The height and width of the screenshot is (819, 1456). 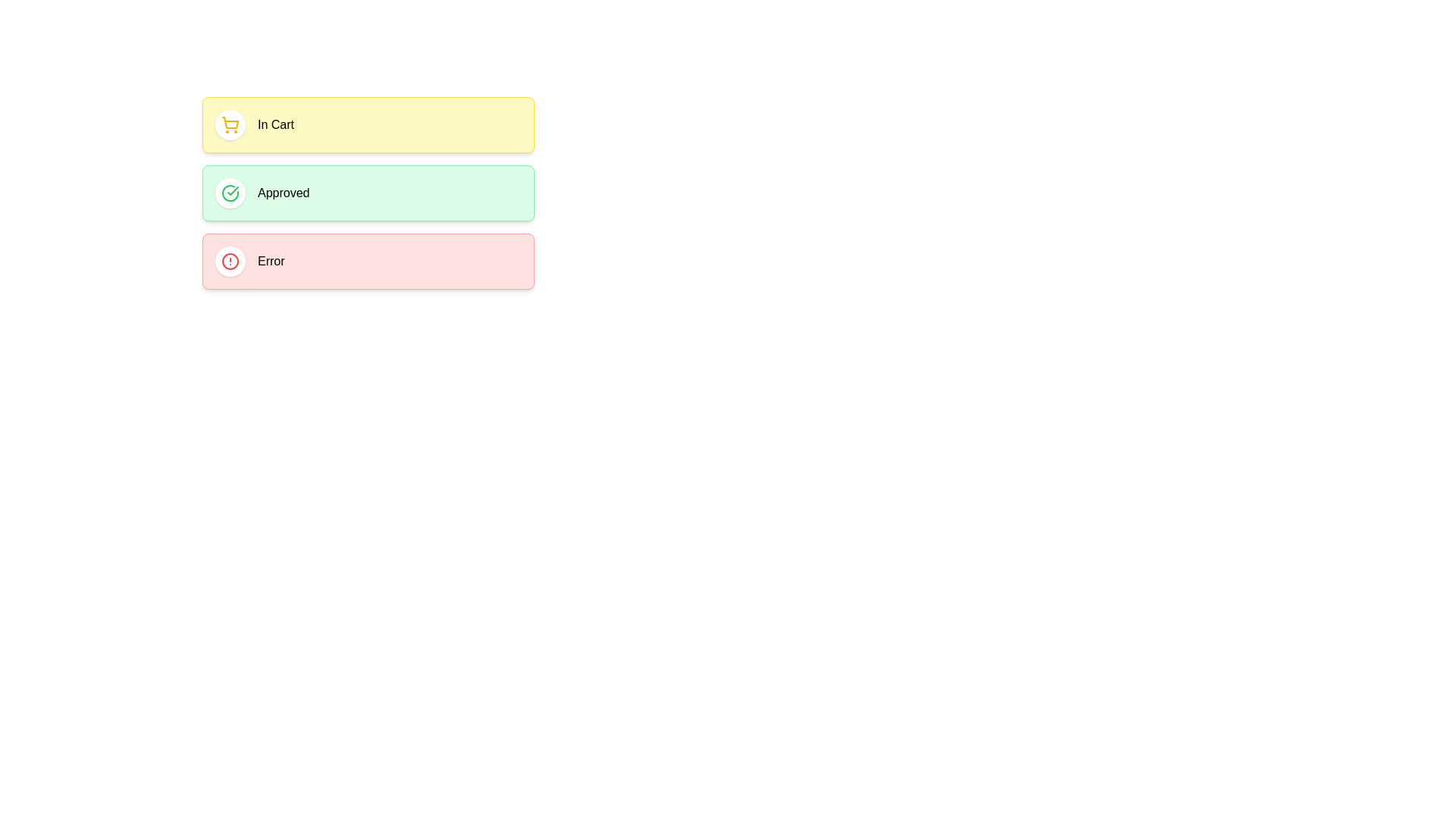 What do you see at coordinates (229, 124) in the screenshot?
I see `the round button with a white background and a yellow shopping cart icon, located at the left side of the yellow card containing the text 'In Cart'` at bounding box center [229, 124].